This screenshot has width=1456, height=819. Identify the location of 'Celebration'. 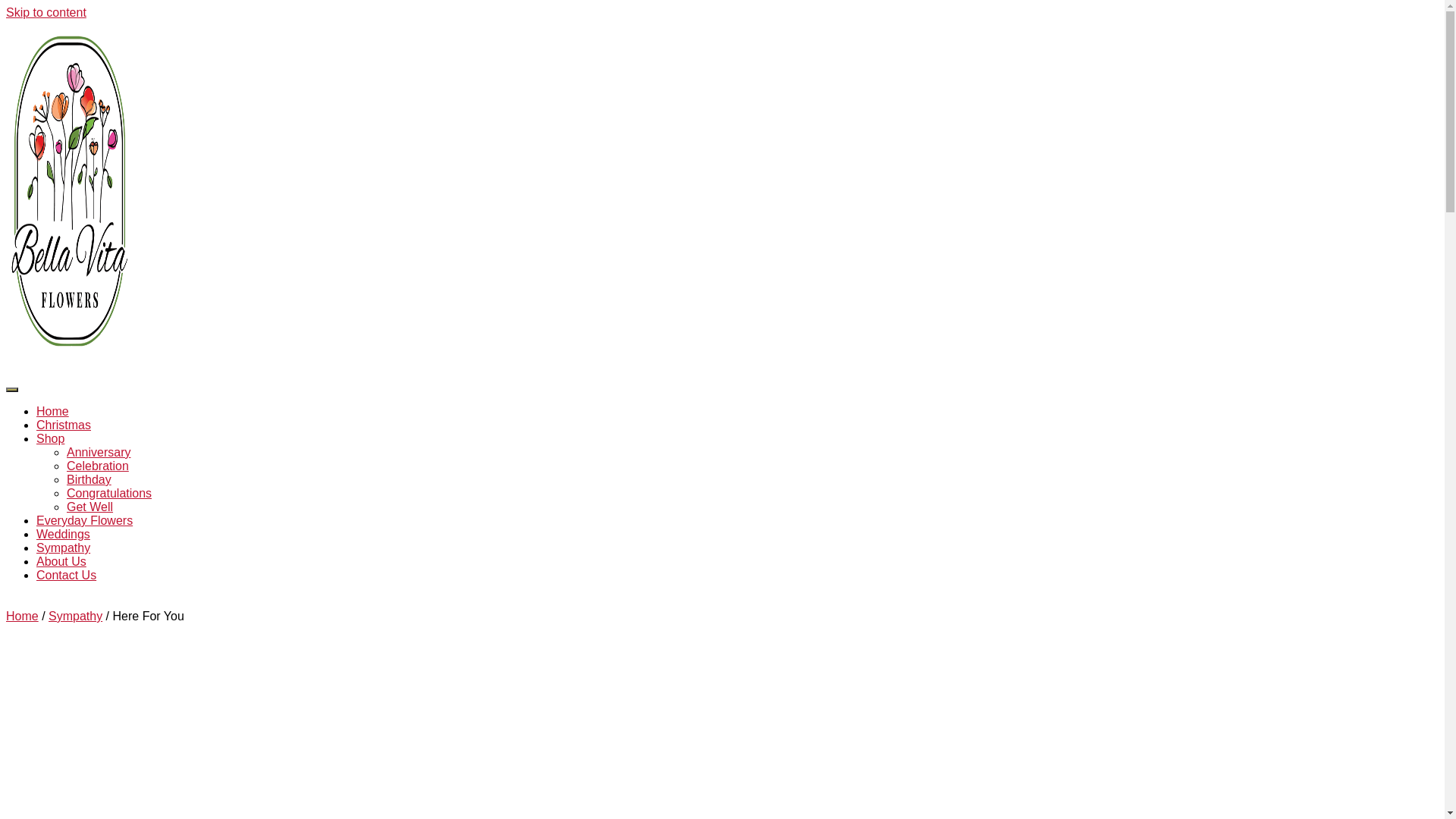
(65, 465).